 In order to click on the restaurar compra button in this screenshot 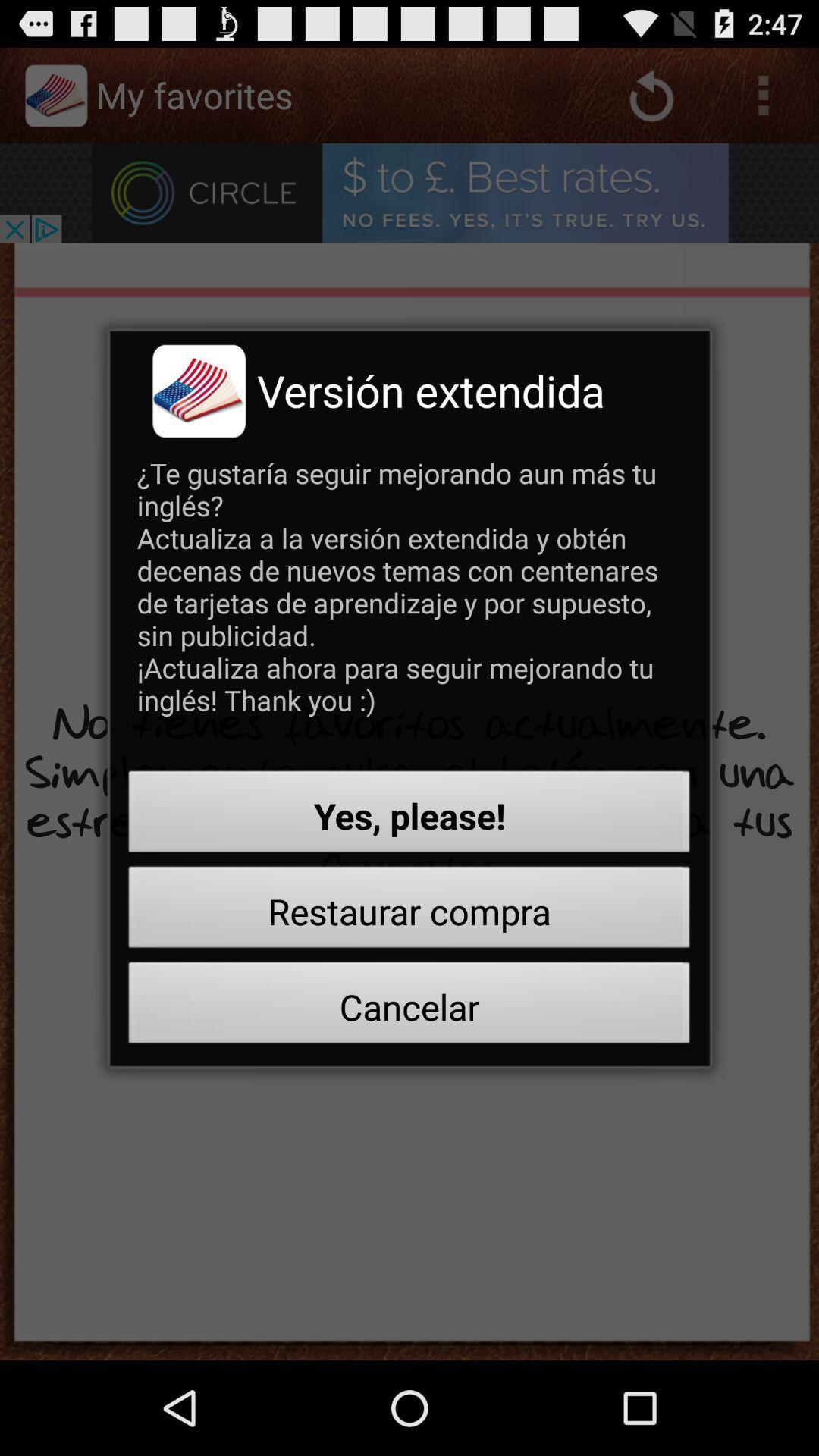, I will do `click(409, 911)`.